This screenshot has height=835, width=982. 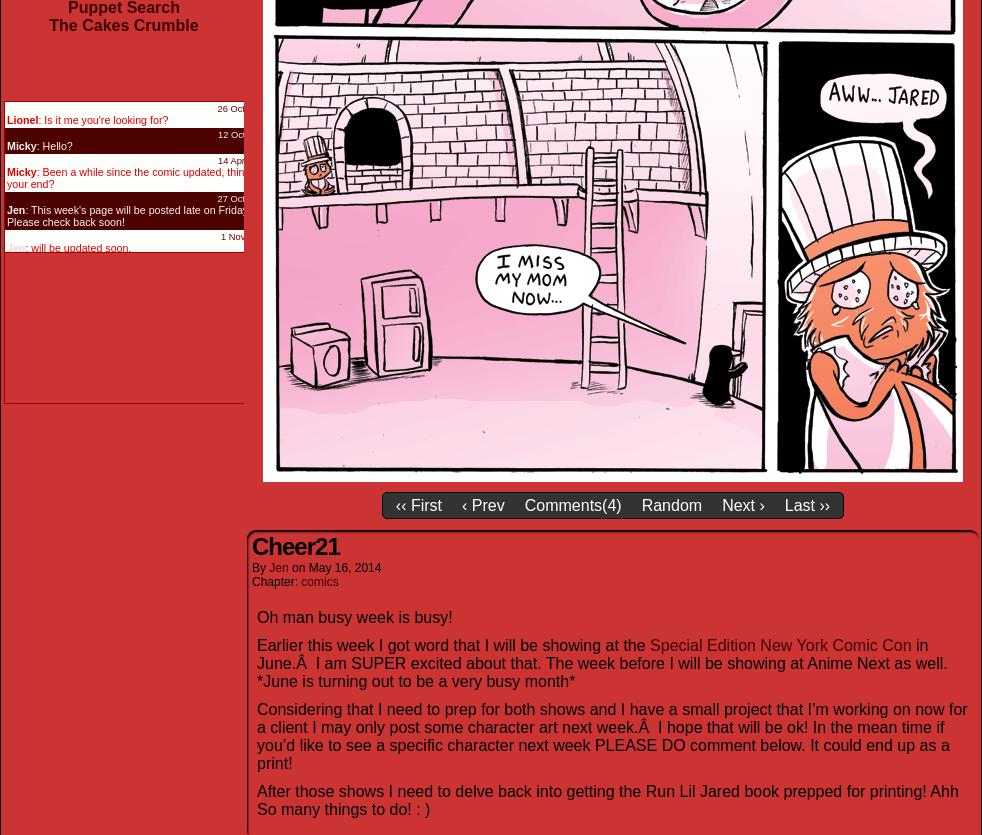 What do you see at coordinates (571, 504) in the screenshot?
I see `'Comments(4)'` at bounding box center [571, 504].